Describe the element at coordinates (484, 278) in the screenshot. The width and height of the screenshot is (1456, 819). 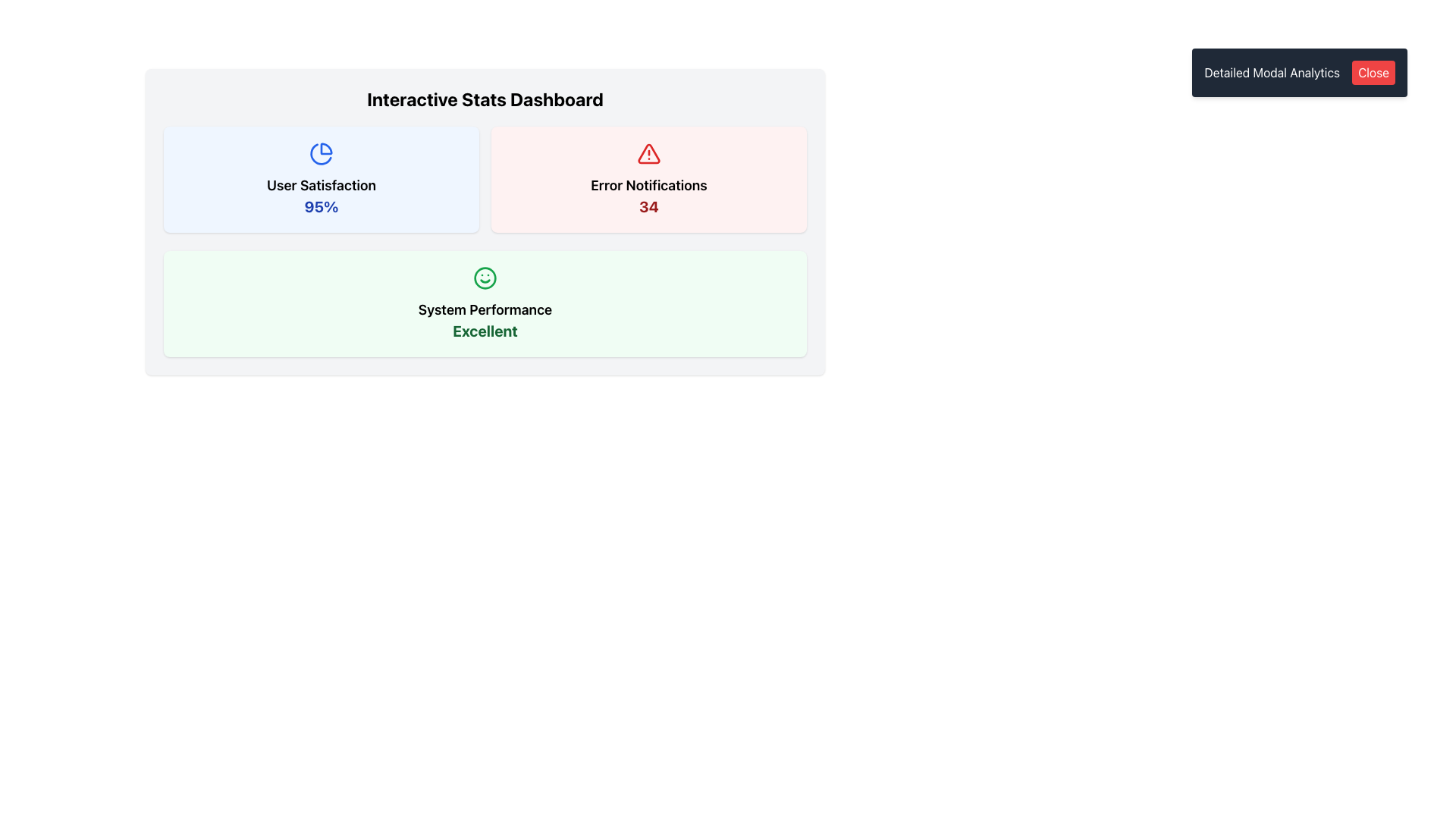
I see `the circular graphic element that is part of the smiley face icon in the 'System Performance Excellent' panel of the 'Interactive Stats Dashboard'` at that location.